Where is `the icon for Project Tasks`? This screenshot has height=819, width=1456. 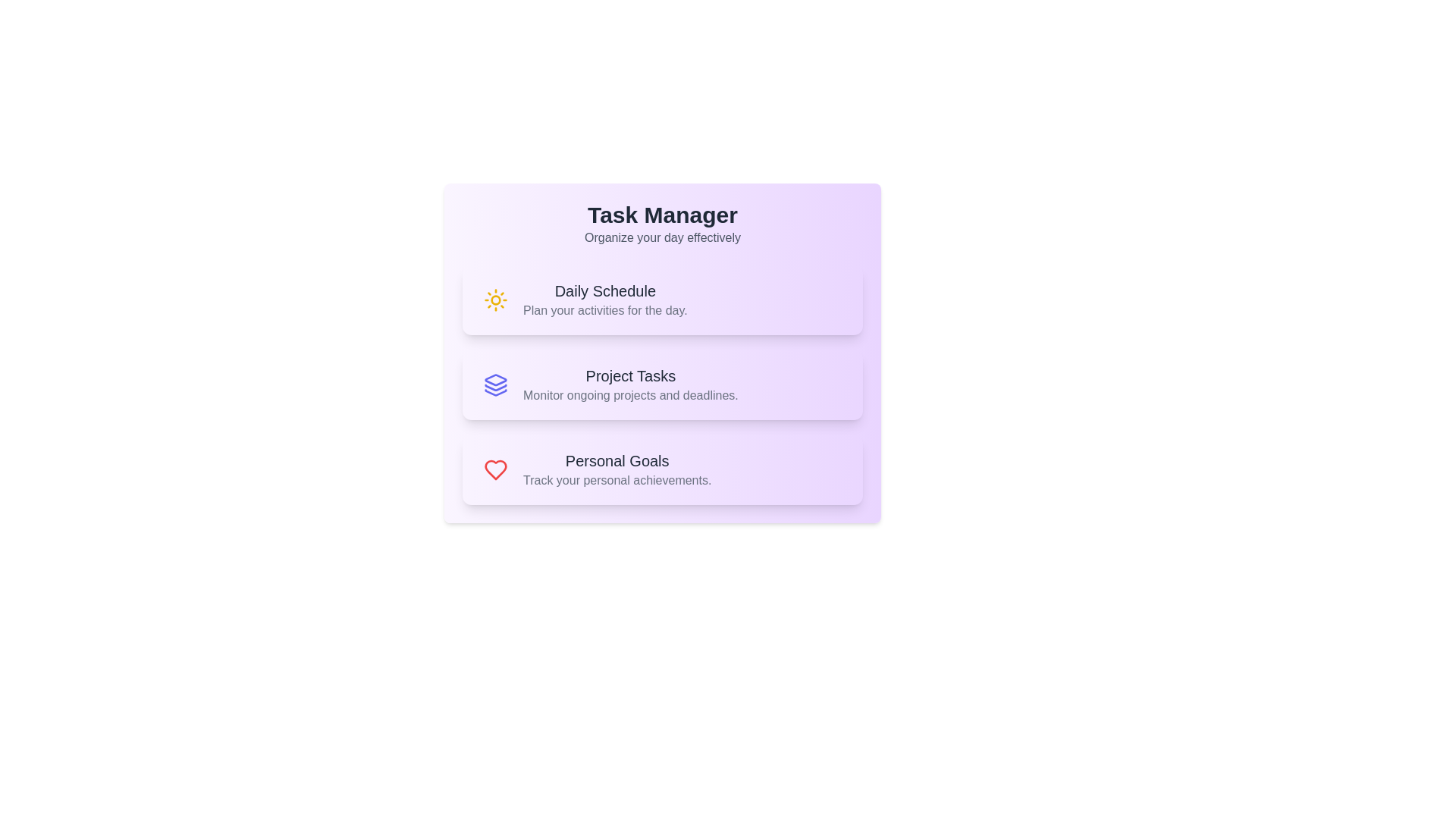
the icon for Project Tasks is located at coordinates (495, 384).